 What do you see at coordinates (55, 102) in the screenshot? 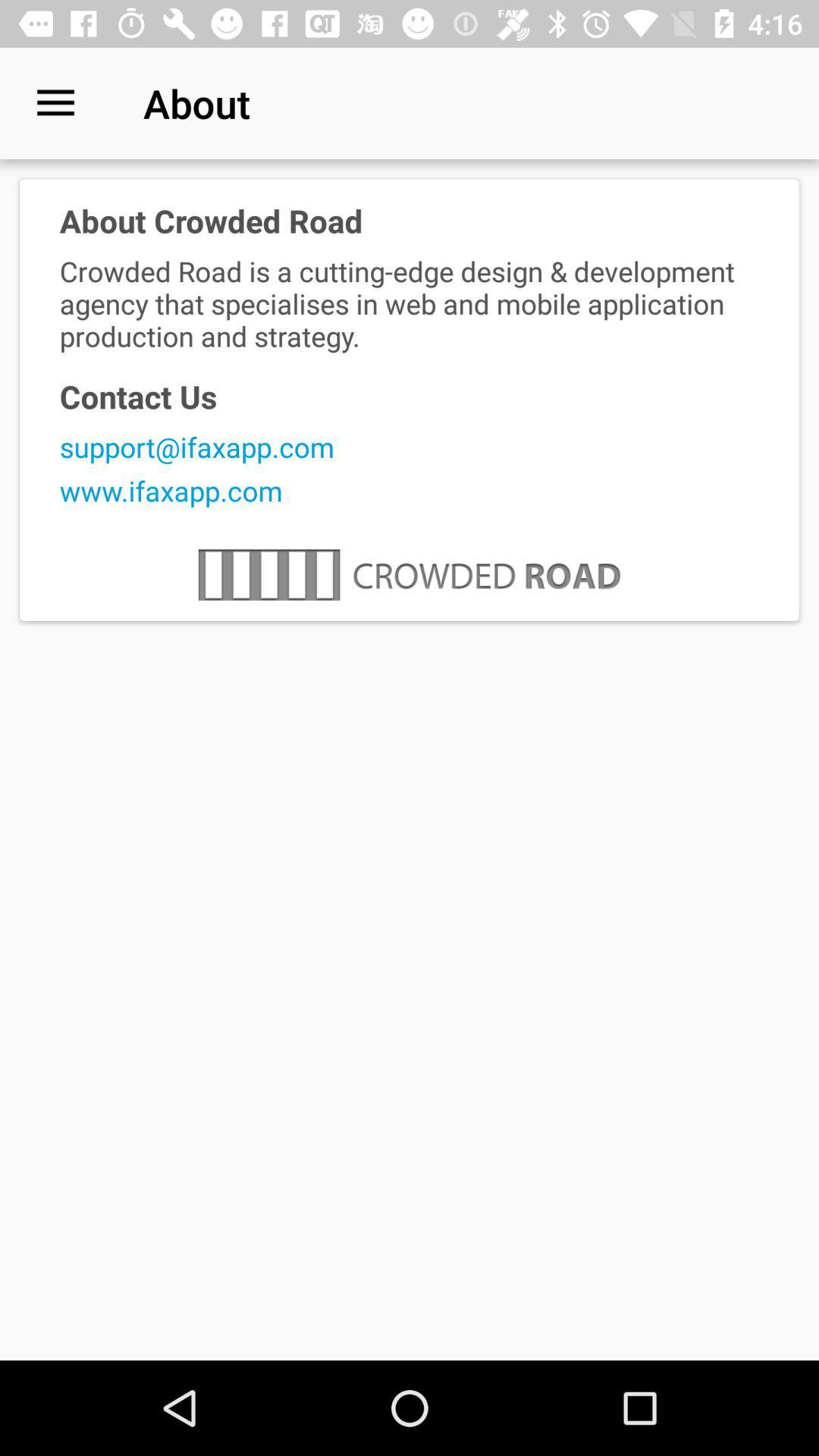
I see `icon above the about crowded road icon` at bounding box center [55, 102].